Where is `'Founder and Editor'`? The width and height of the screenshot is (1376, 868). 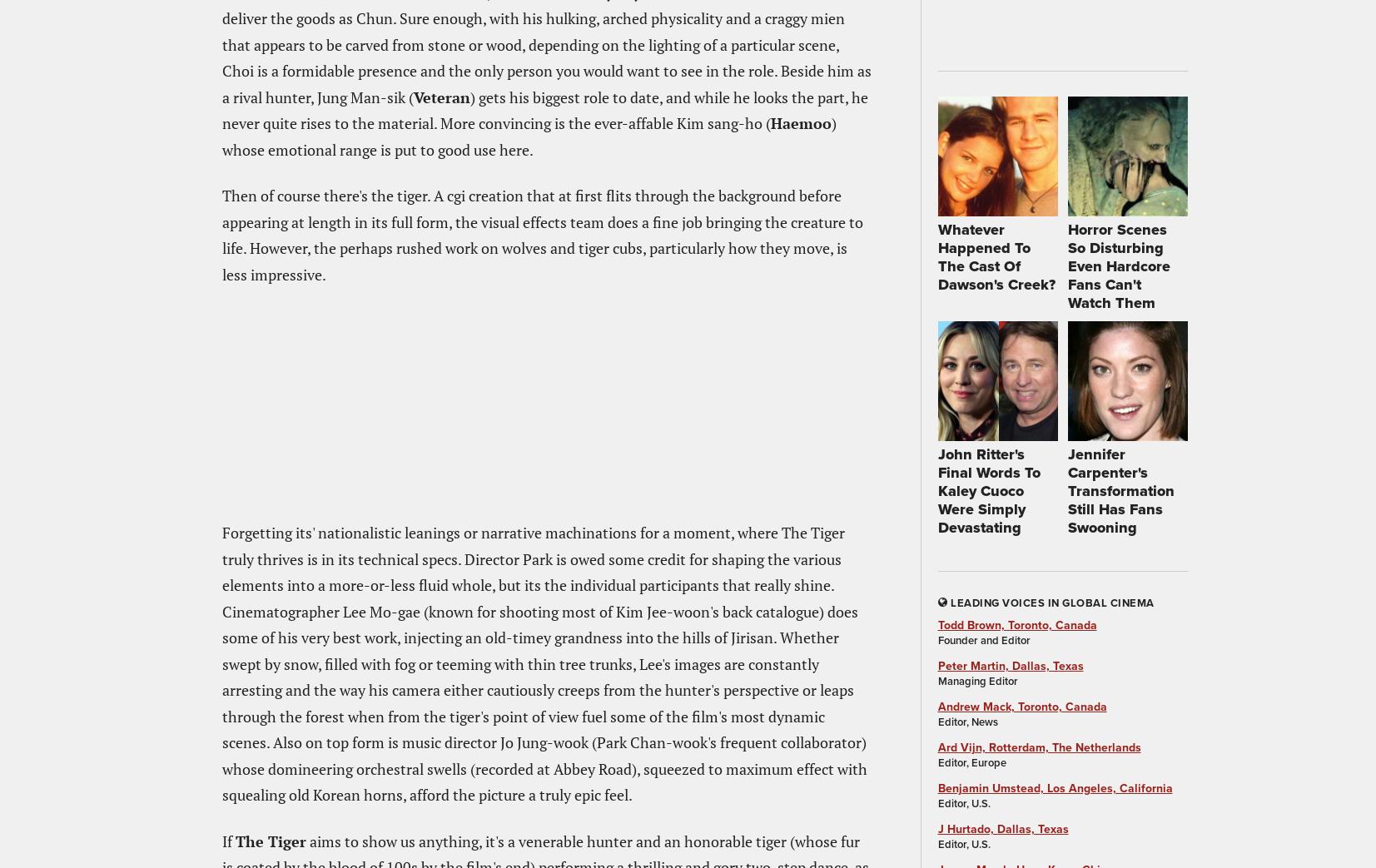 'Founder and Editor' is located at coordinates (983, 639).